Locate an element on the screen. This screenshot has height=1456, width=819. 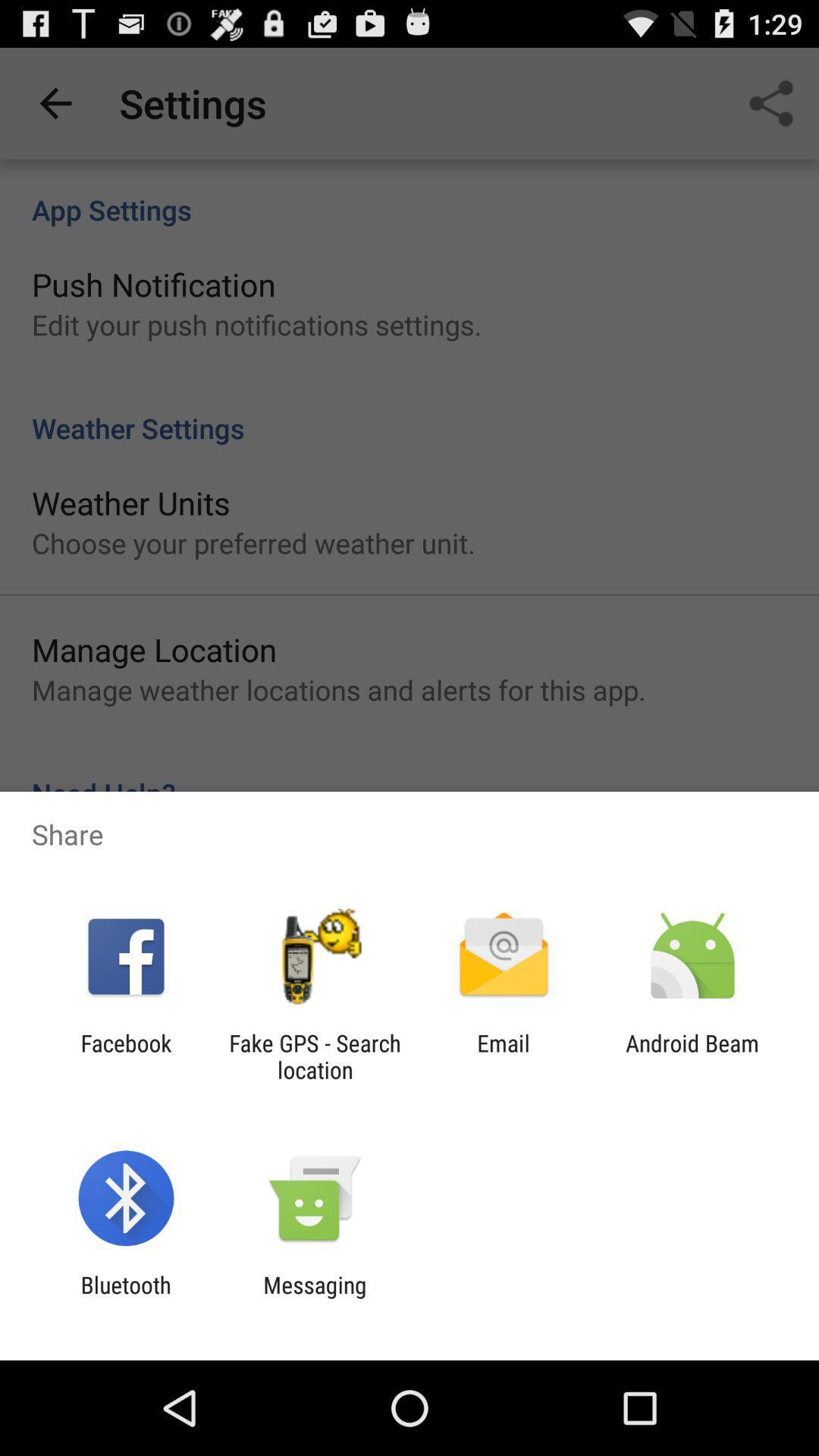
the item at the bottom right corner is located at coordinates (692, 1056).